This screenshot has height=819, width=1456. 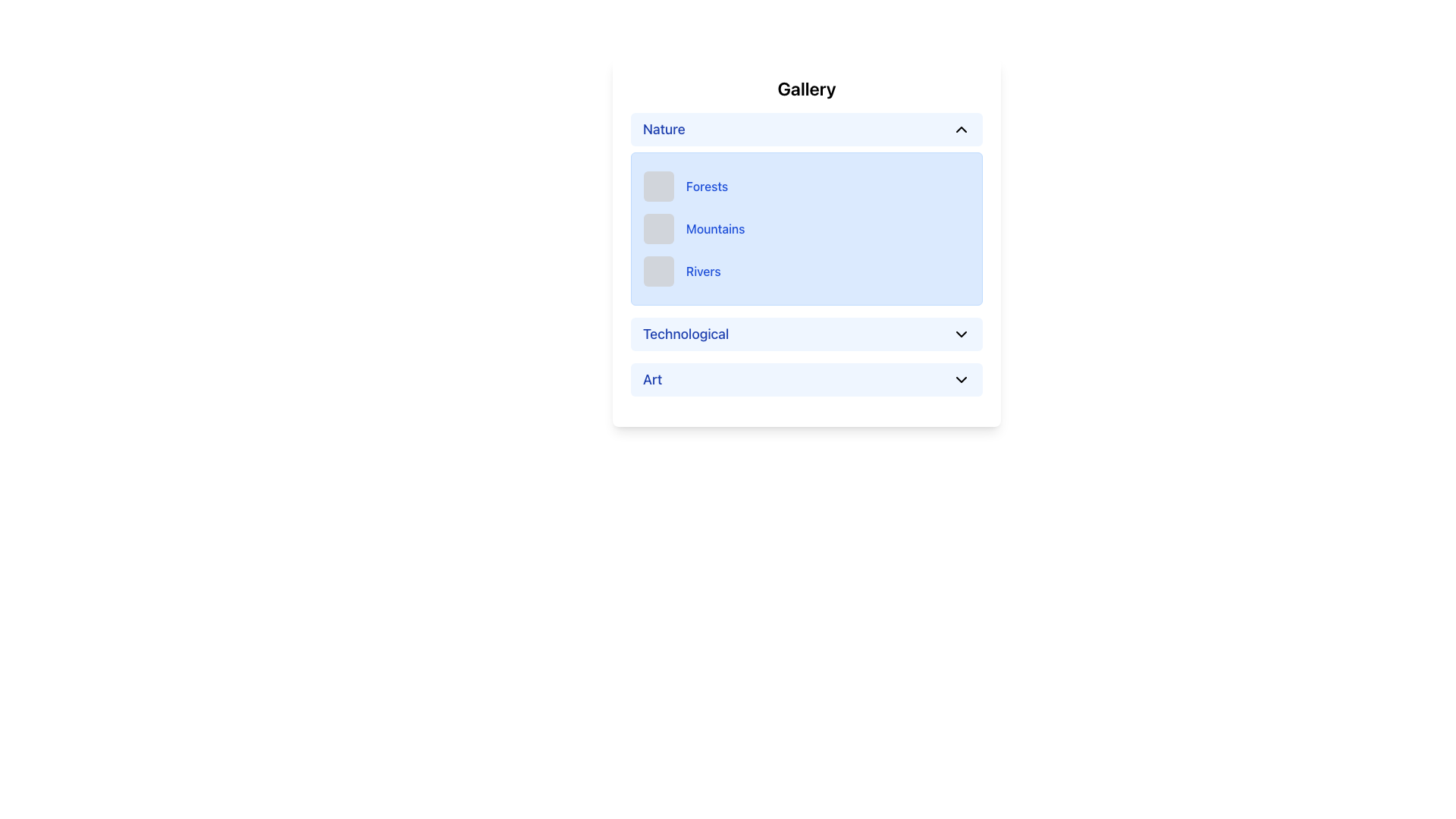 What do you see at coordinates (702, 271) in the screenshot?
I see `the 'Rivers' label` at bounding box center [702, 271].